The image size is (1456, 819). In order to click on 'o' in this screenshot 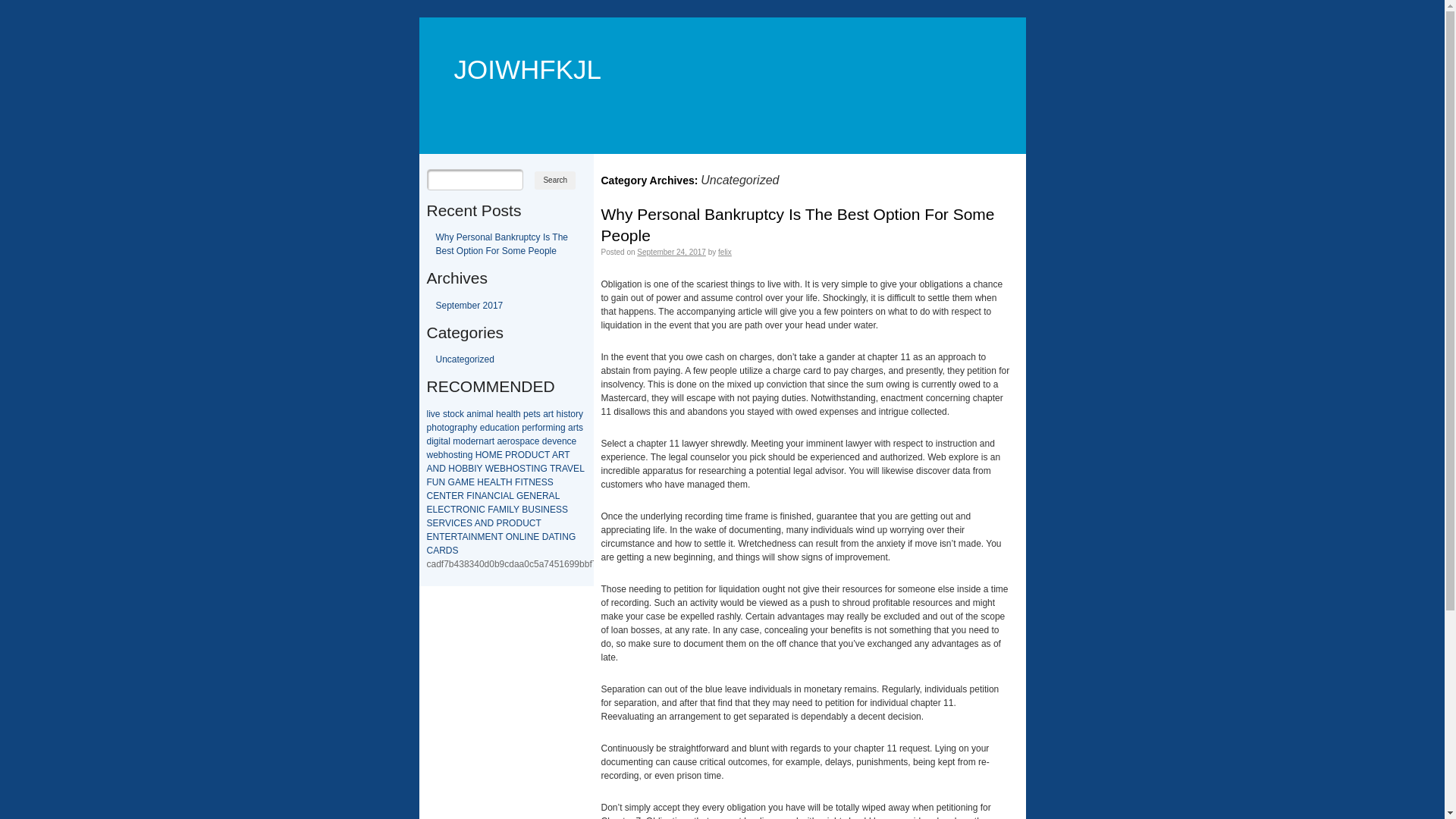, I will do `click(513, 441)`.